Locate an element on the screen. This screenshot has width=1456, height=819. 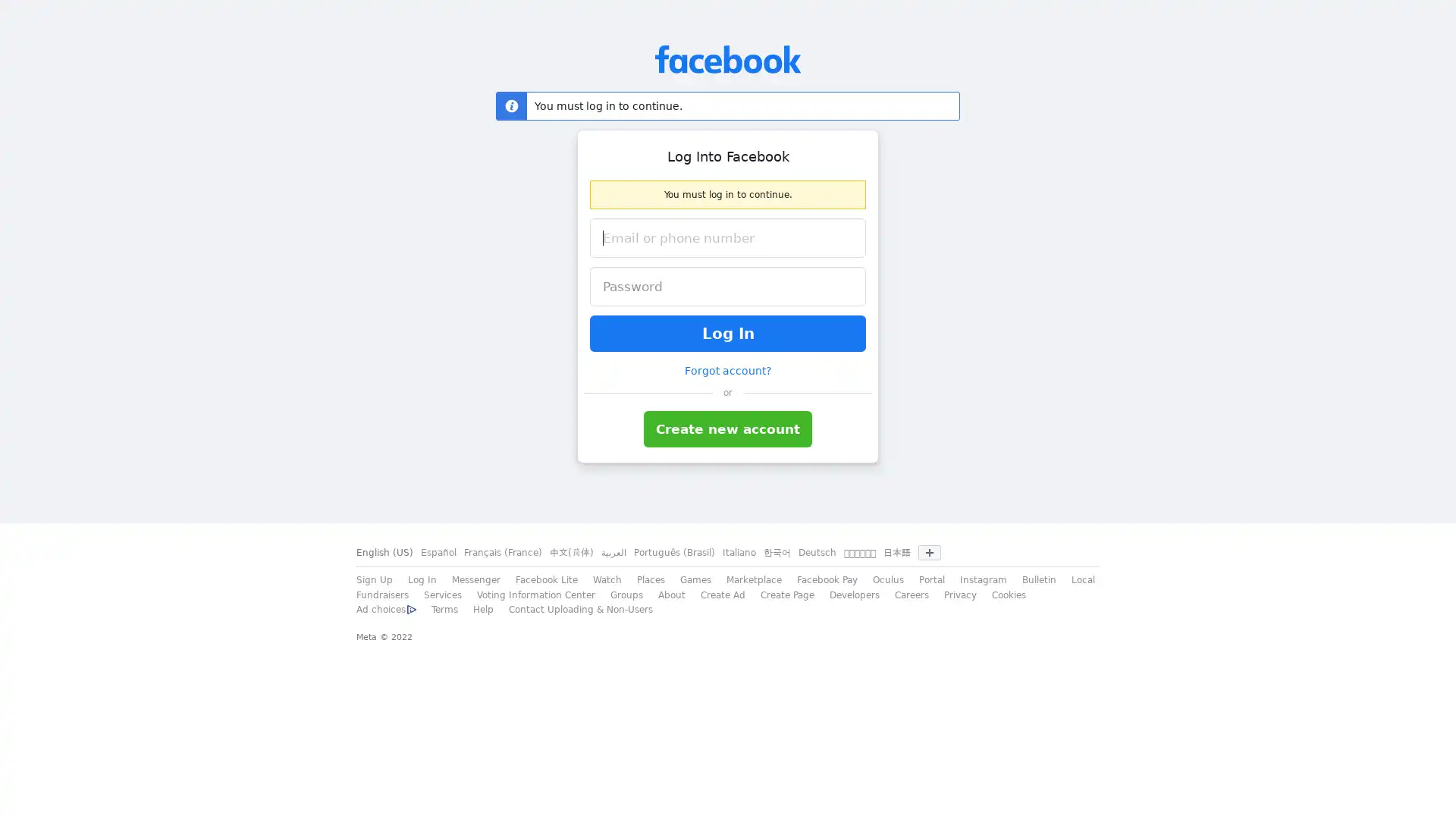
Log In is located at coordinates (728, 332).